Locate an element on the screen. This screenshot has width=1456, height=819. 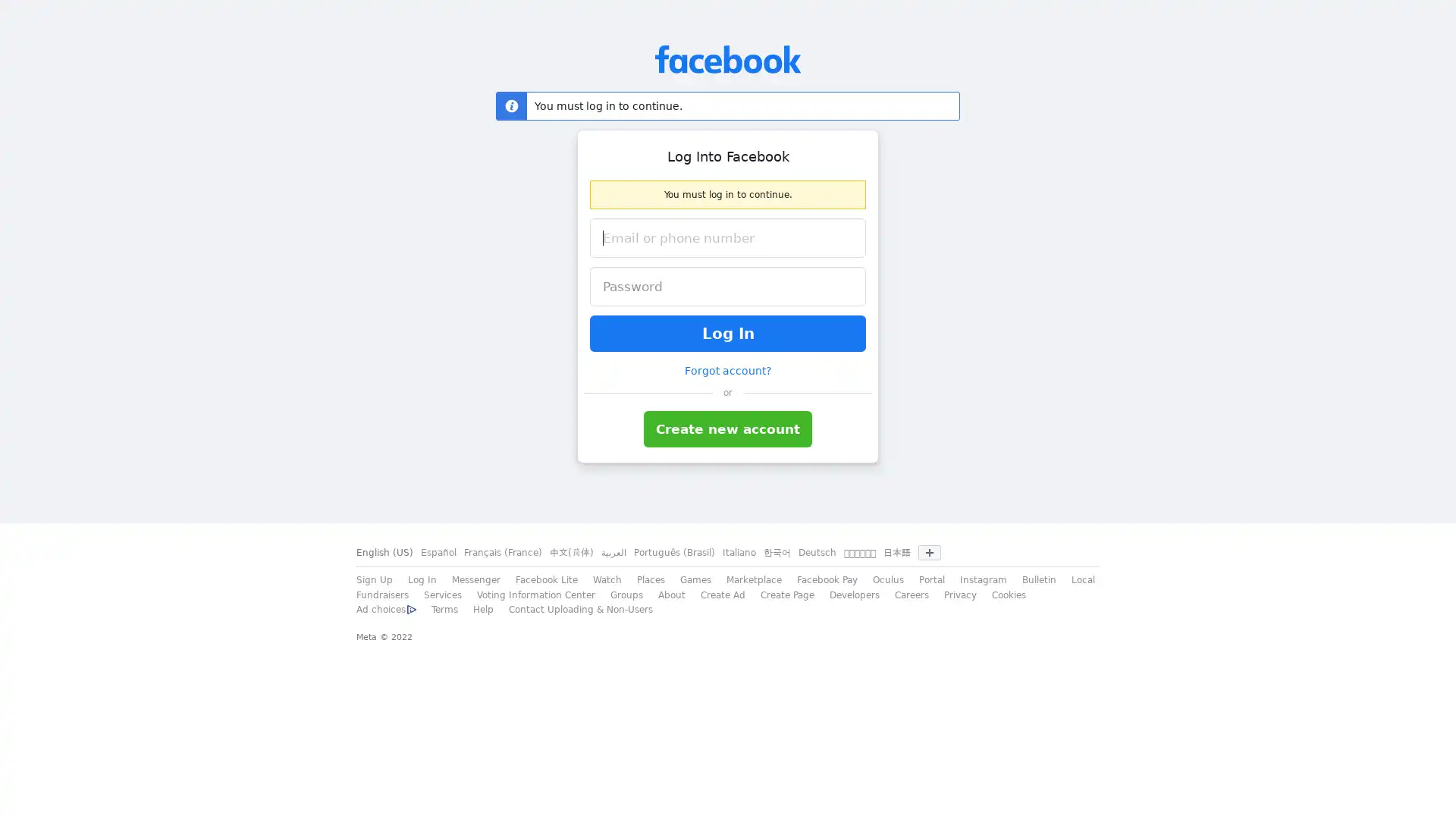
Log In is located at coordinates (728, 332).